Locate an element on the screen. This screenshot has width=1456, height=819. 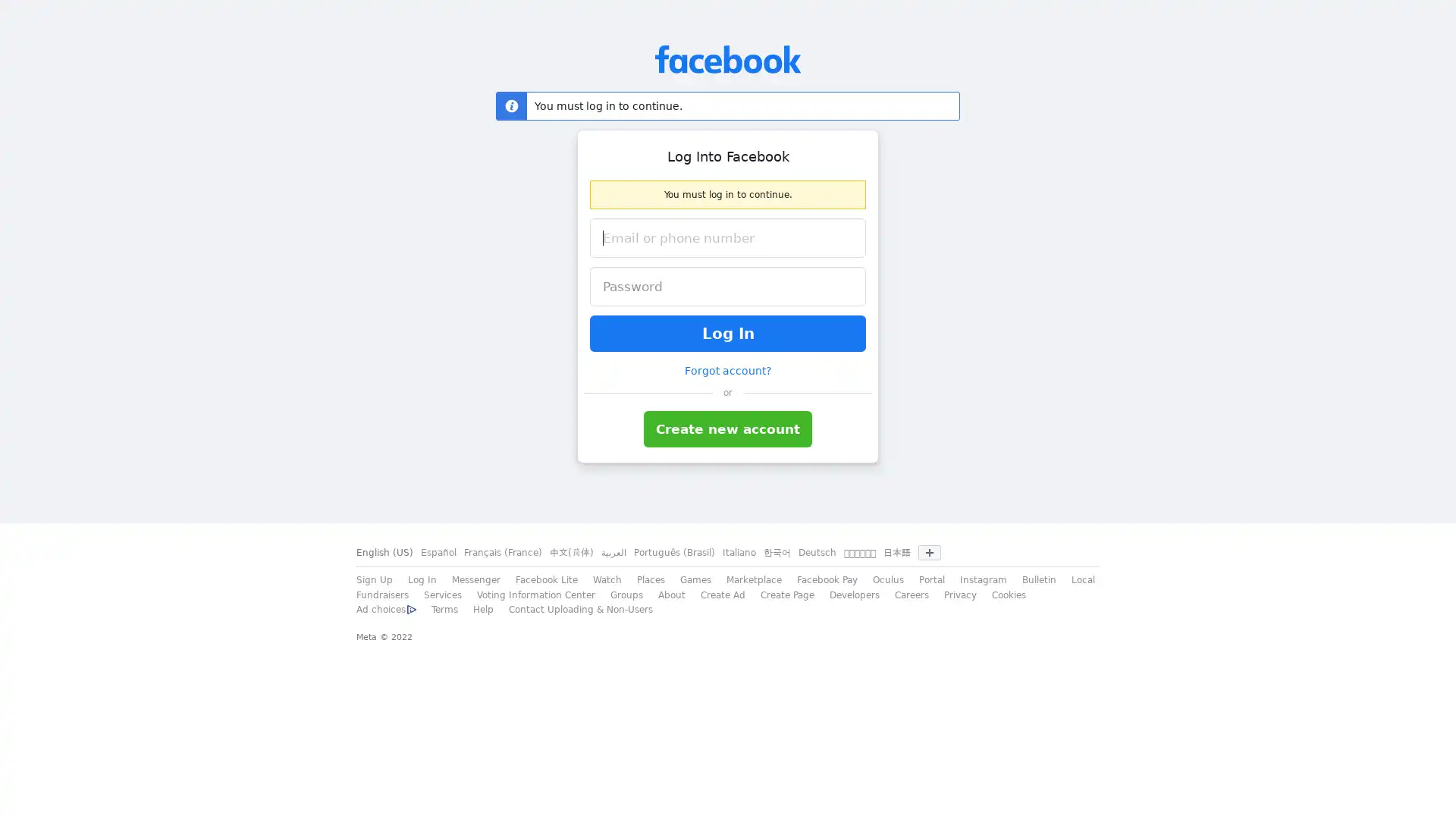
Log In is located at coordinates (728, 332).